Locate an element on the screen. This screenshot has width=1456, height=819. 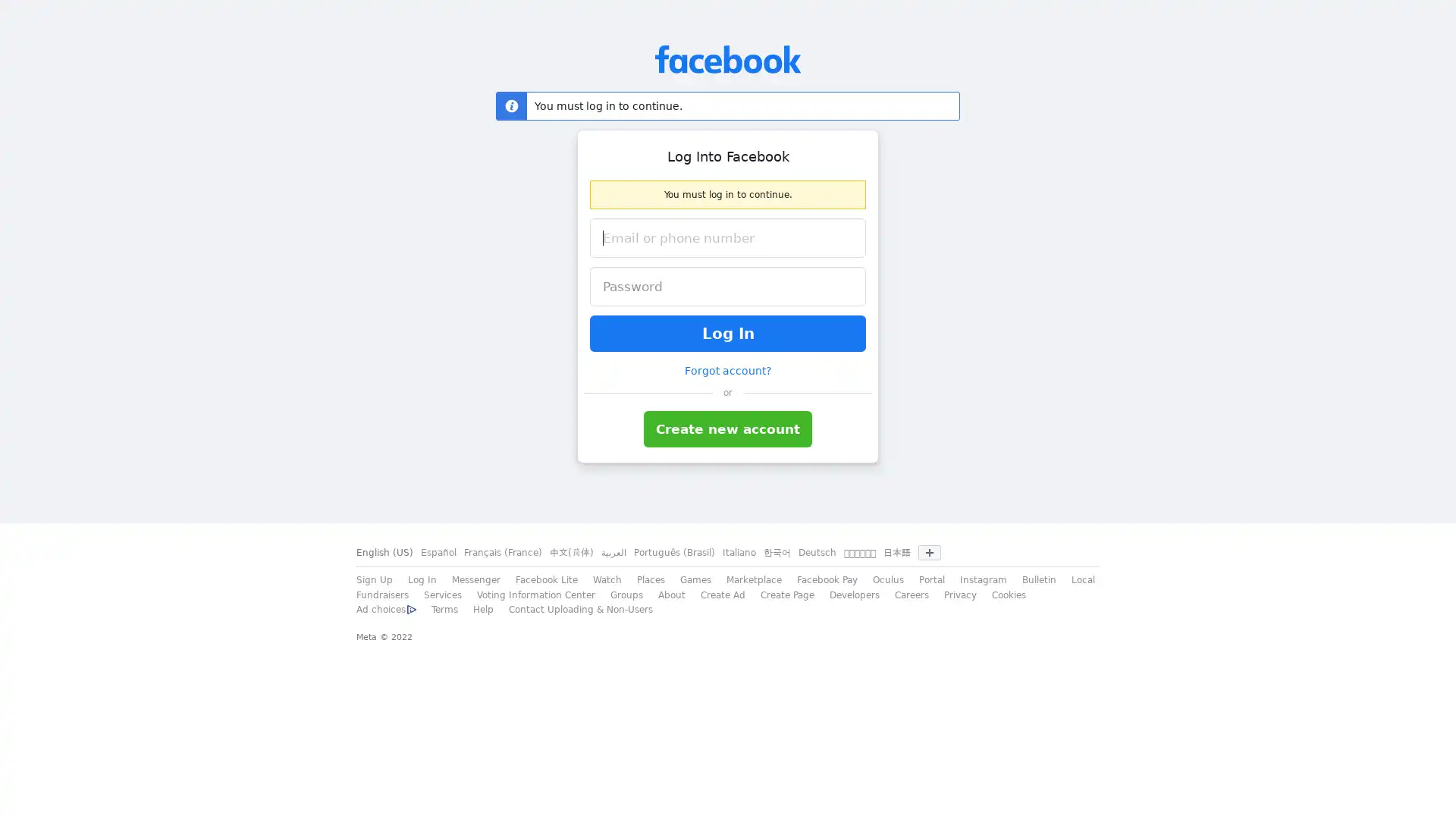
Log In is located at coordinates (728, 332).